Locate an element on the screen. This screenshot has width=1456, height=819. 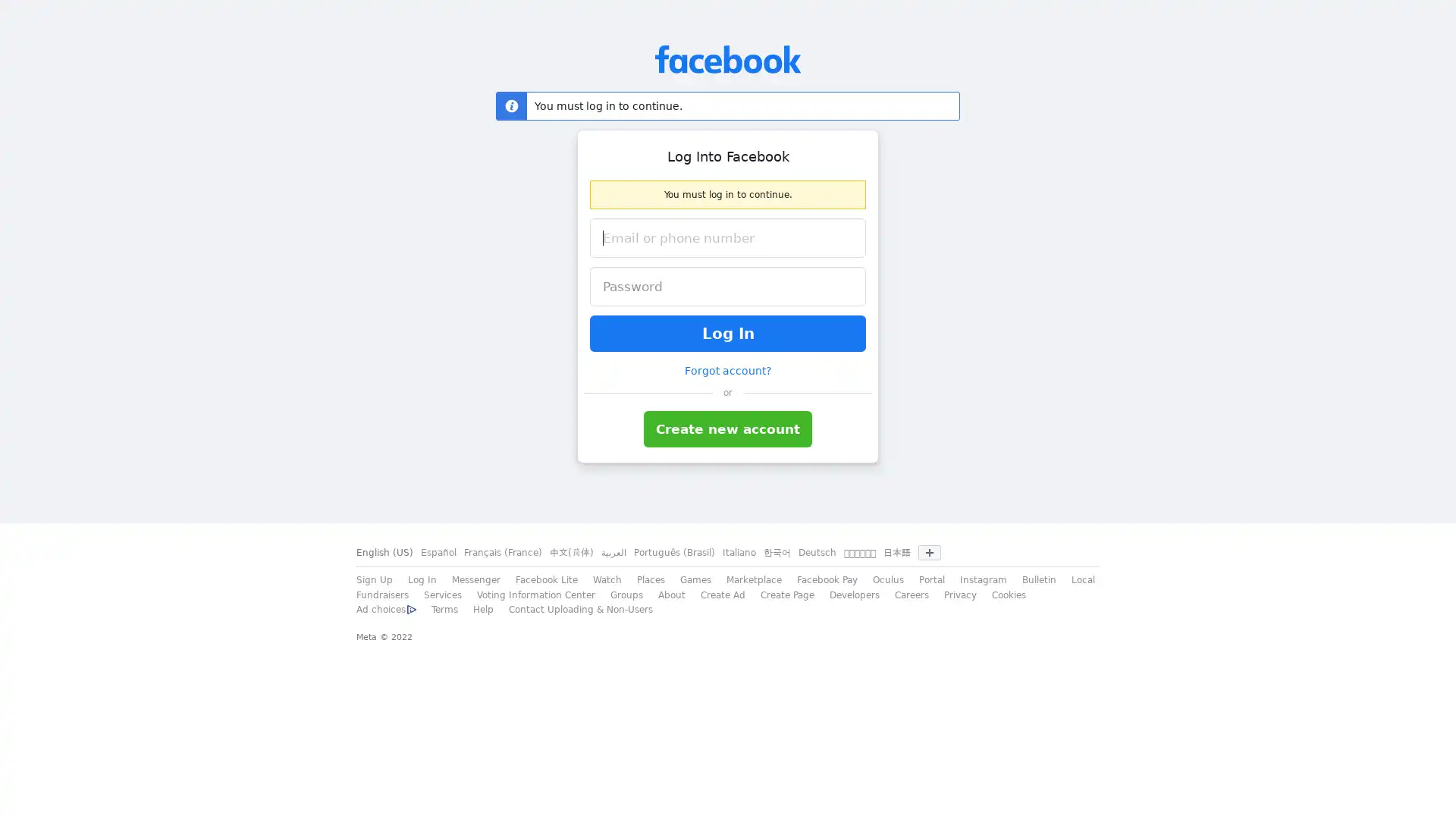
Log In is located at coordinates (728, 332).